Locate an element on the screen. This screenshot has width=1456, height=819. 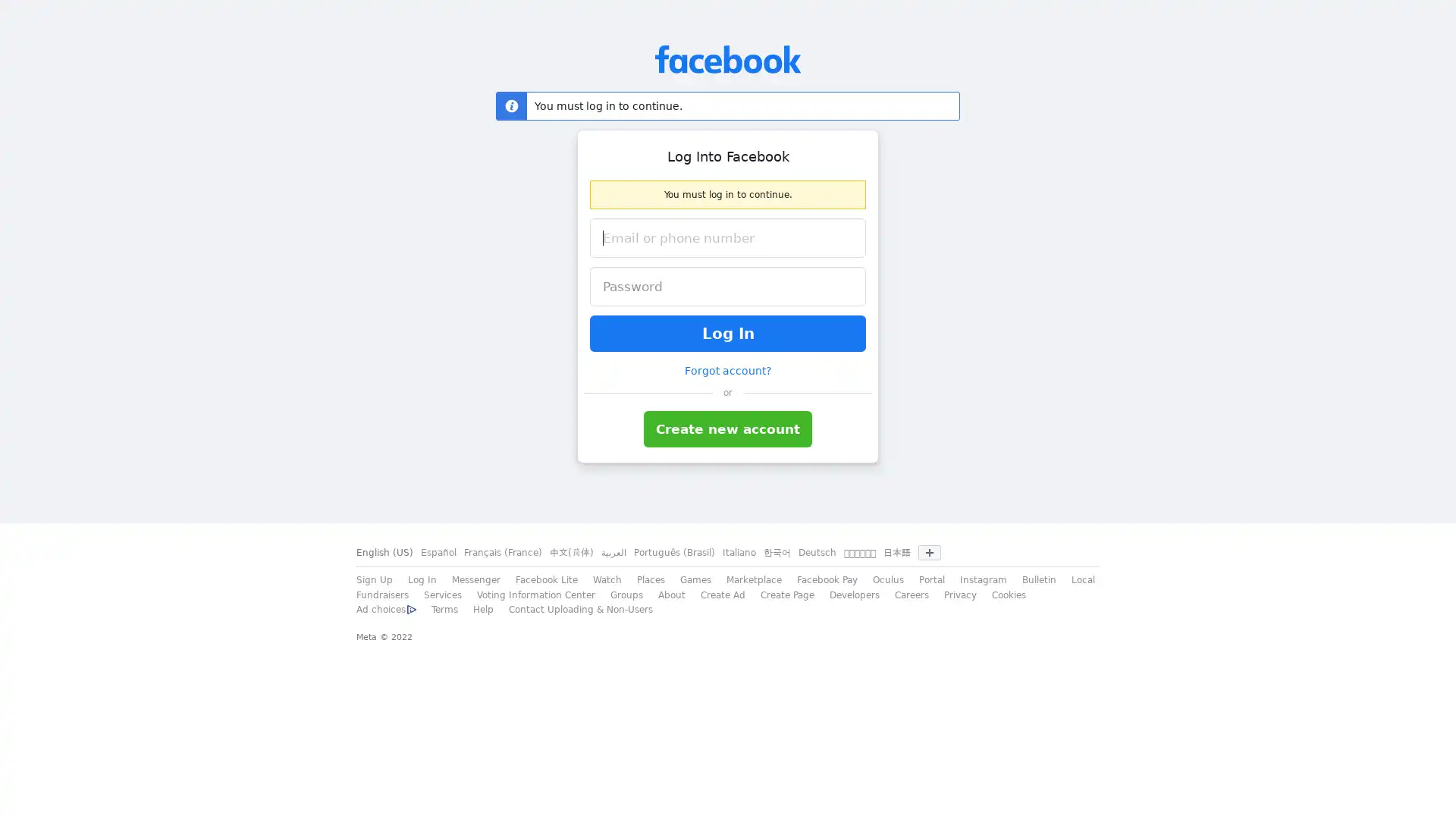
Log In is located at coordinates (728, 332).